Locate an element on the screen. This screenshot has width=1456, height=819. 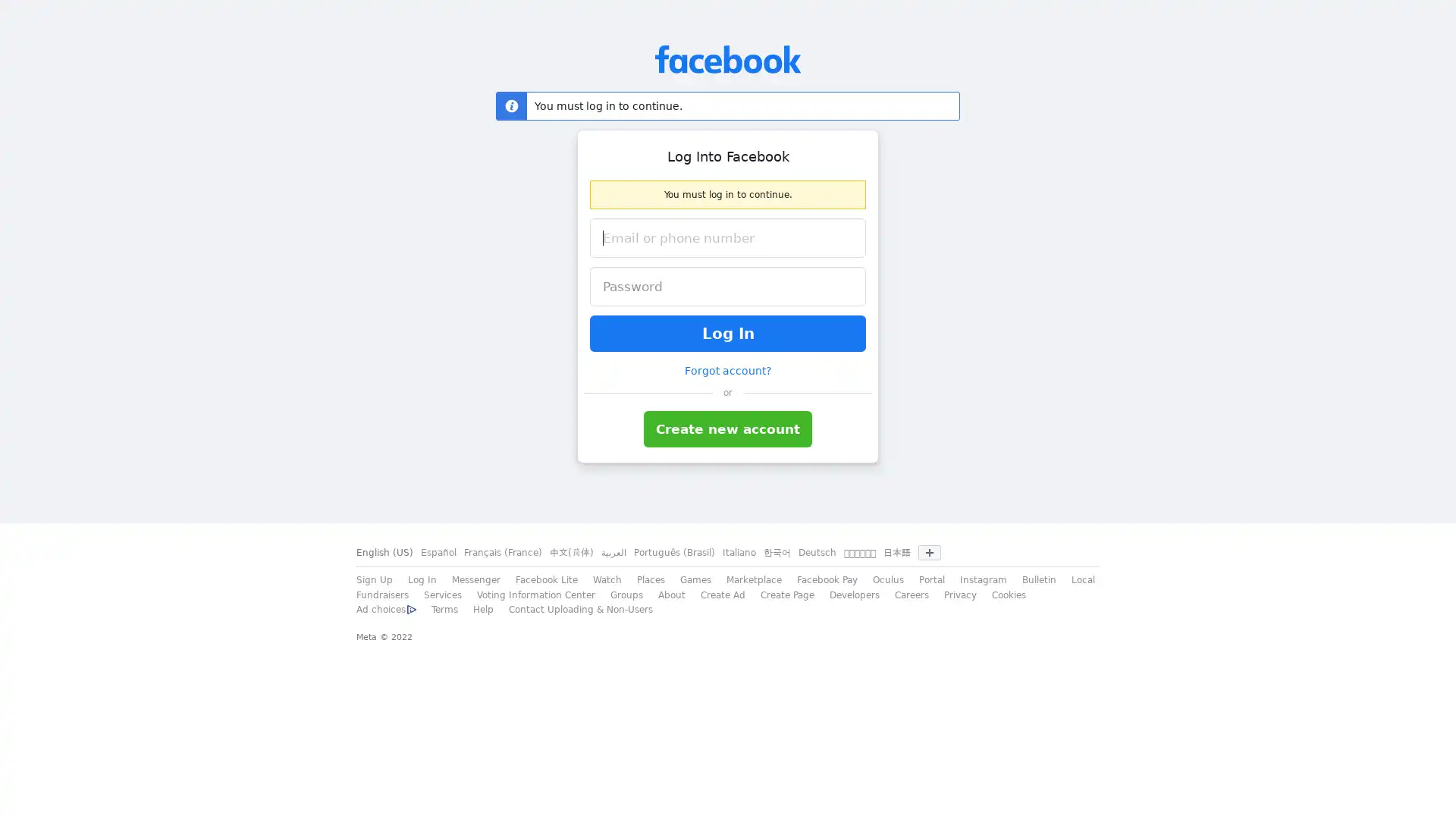
Log In is located at coordinates (728, 332).